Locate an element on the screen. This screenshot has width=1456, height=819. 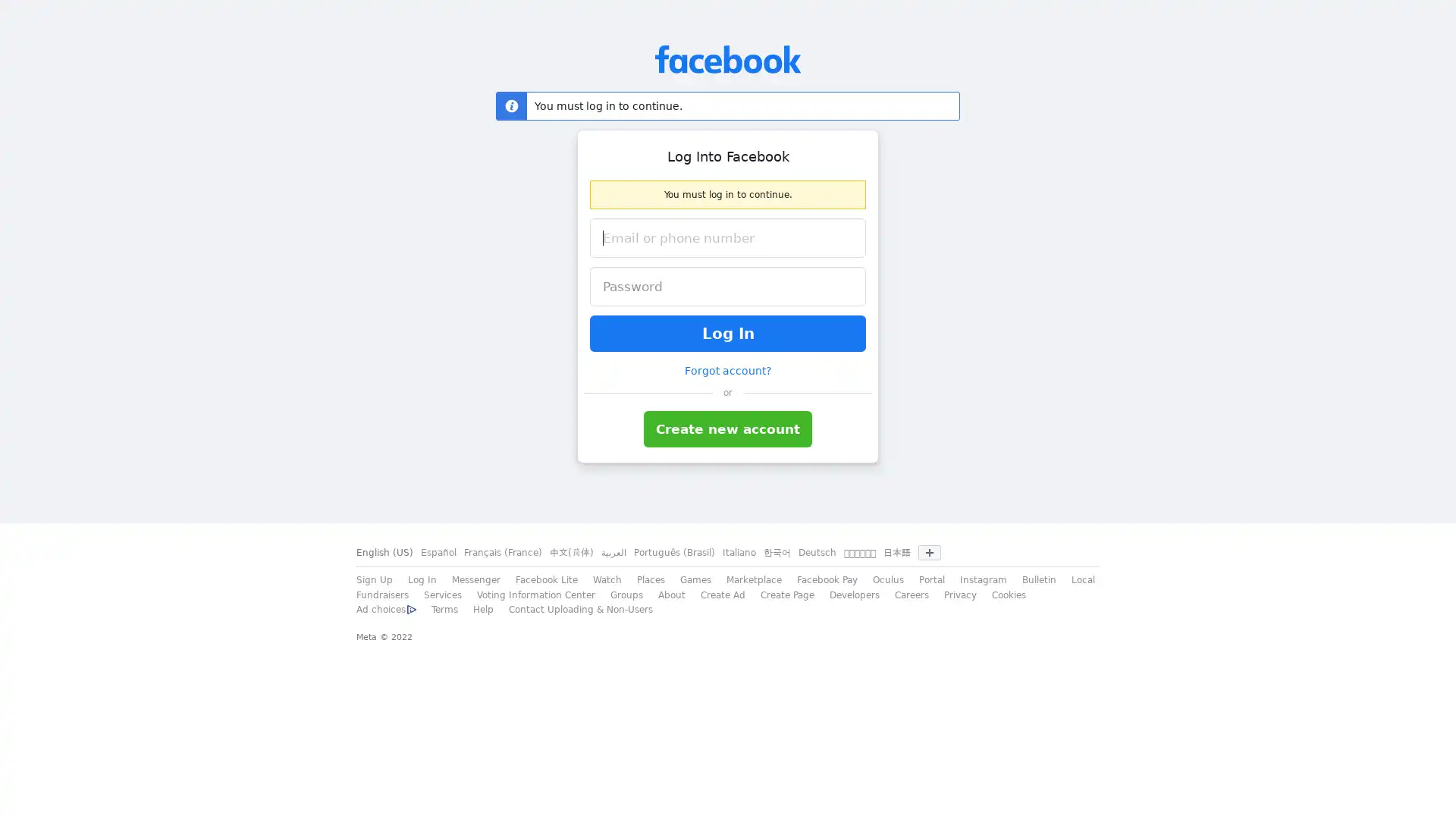
Log In is located at coordinates (728, 332).